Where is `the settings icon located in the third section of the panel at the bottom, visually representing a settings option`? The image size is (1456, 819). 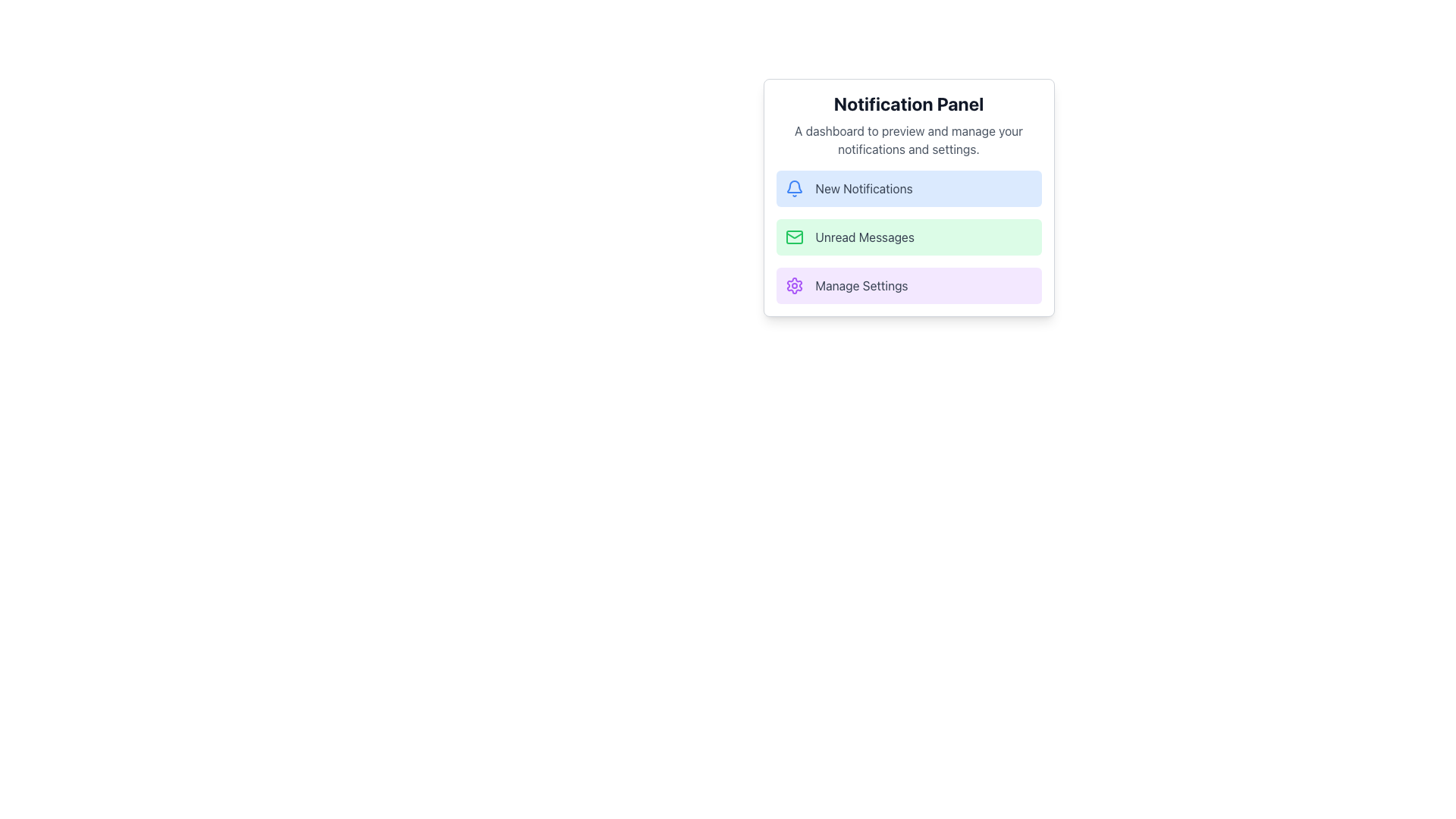
the settings icon located in the third section of the panel at the bottom, visually representing a settings option is located at coordinates (793, 286).